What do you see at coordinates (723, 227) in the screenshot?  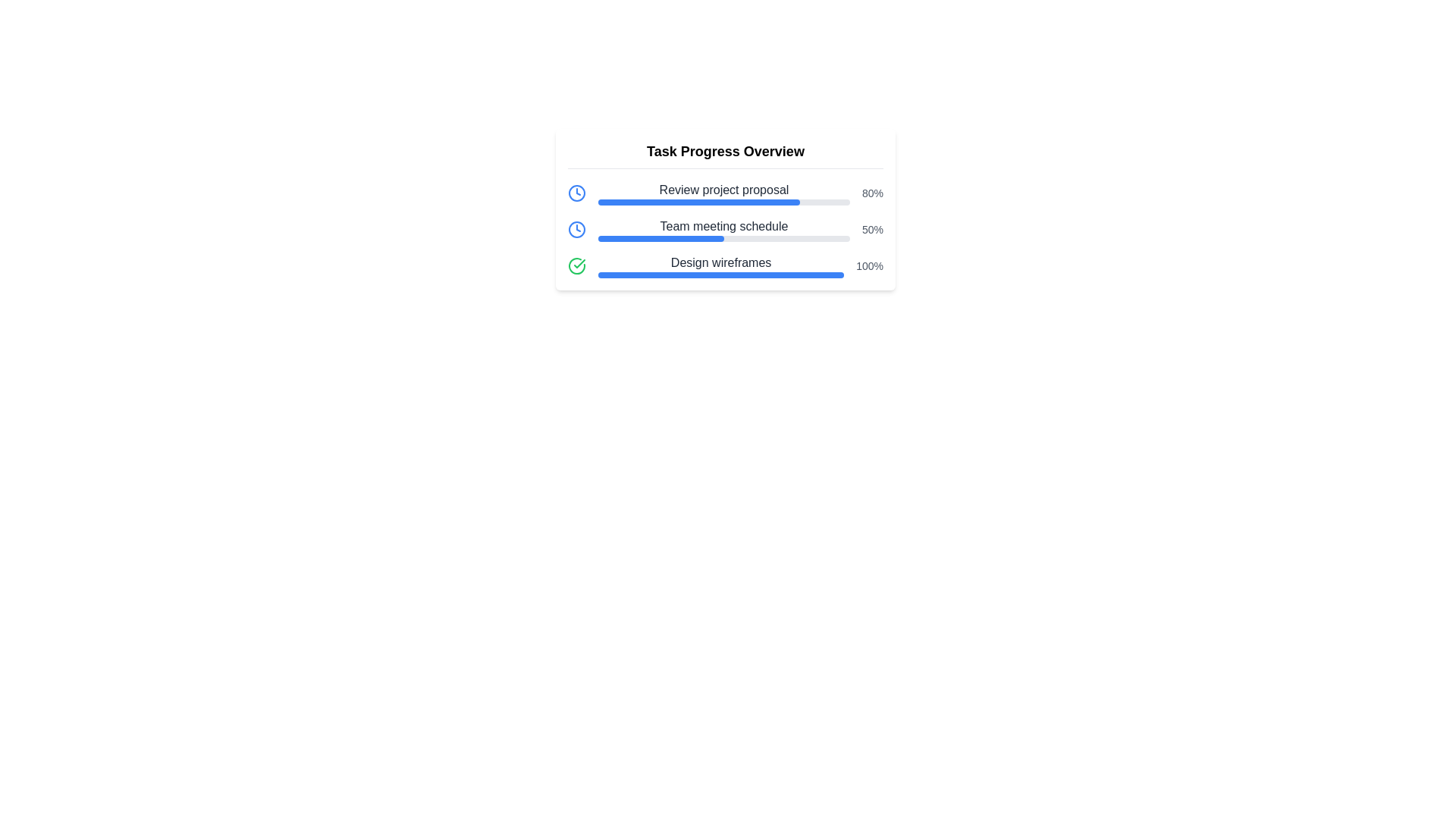 I see `text label identifying the task 'Team meeting schedule', which is the second item in the task list, positioned below 'Review project proposal' and above 'Design wireframes'` at bounding box center [723, 227].